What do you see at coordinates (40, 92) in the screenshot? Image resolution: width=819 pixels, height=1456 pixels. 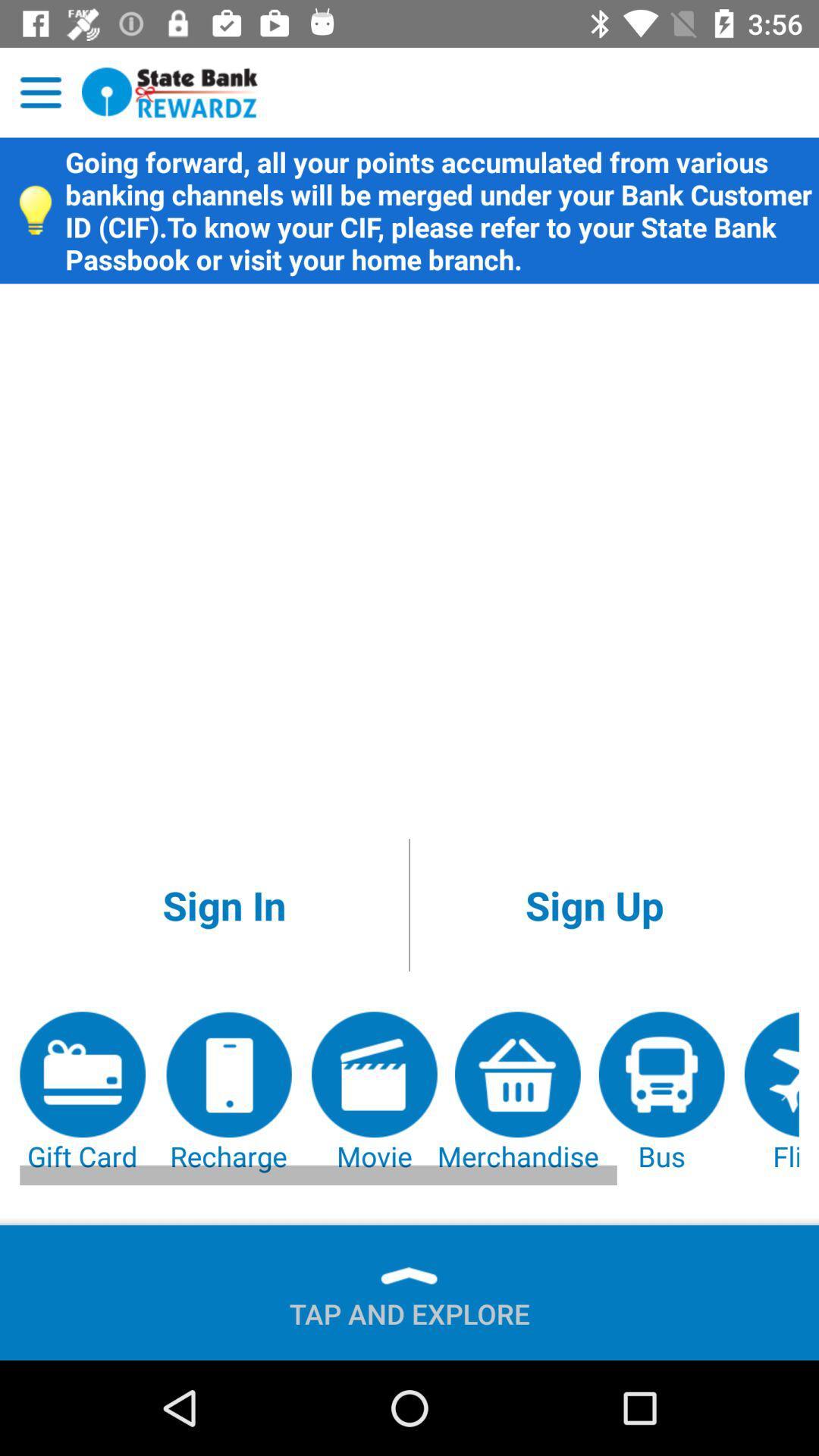 I see `the menu` at bounding box center [40, 92].